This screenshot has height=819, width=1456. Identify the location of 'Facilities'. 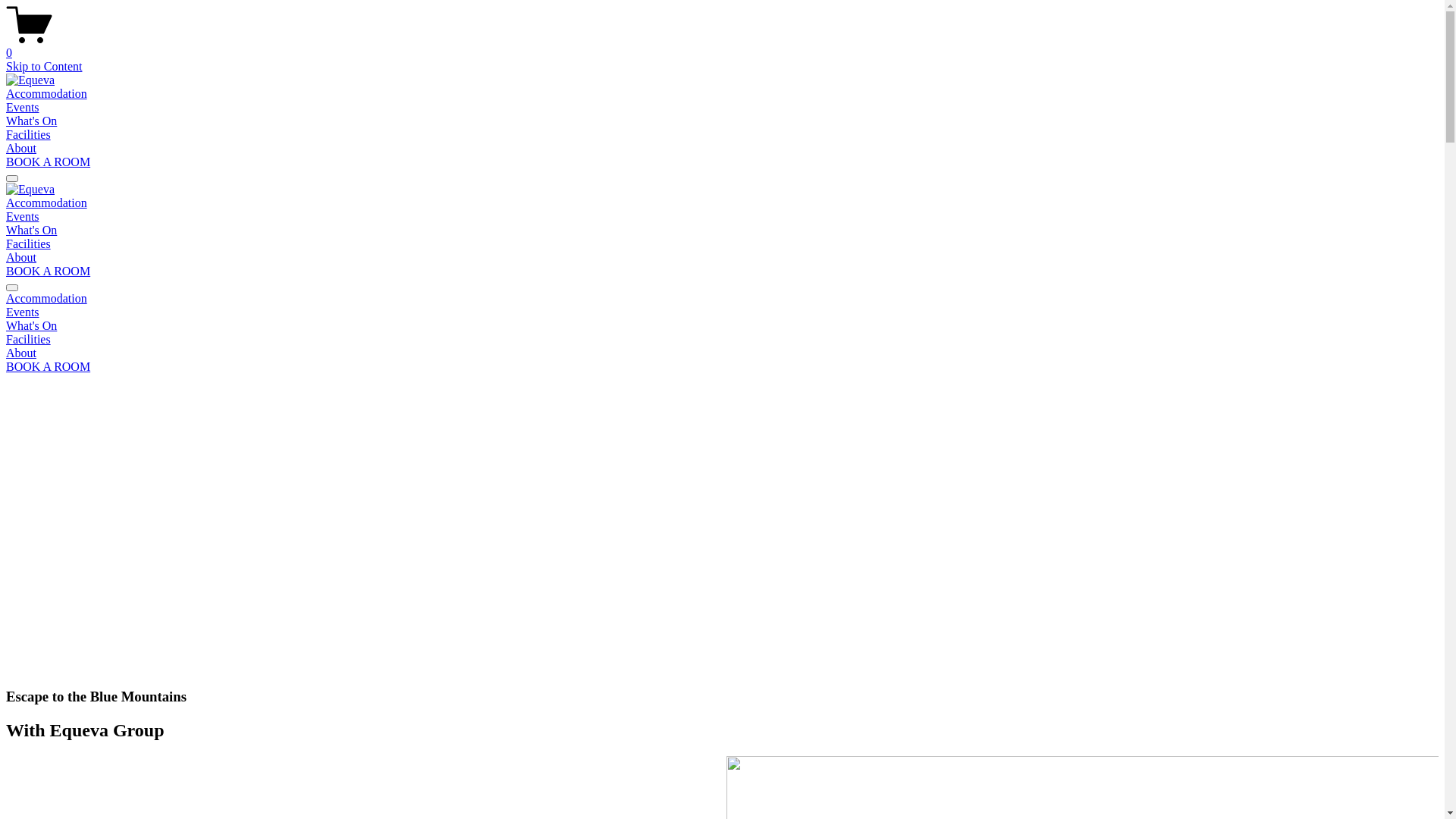
(6, 338).